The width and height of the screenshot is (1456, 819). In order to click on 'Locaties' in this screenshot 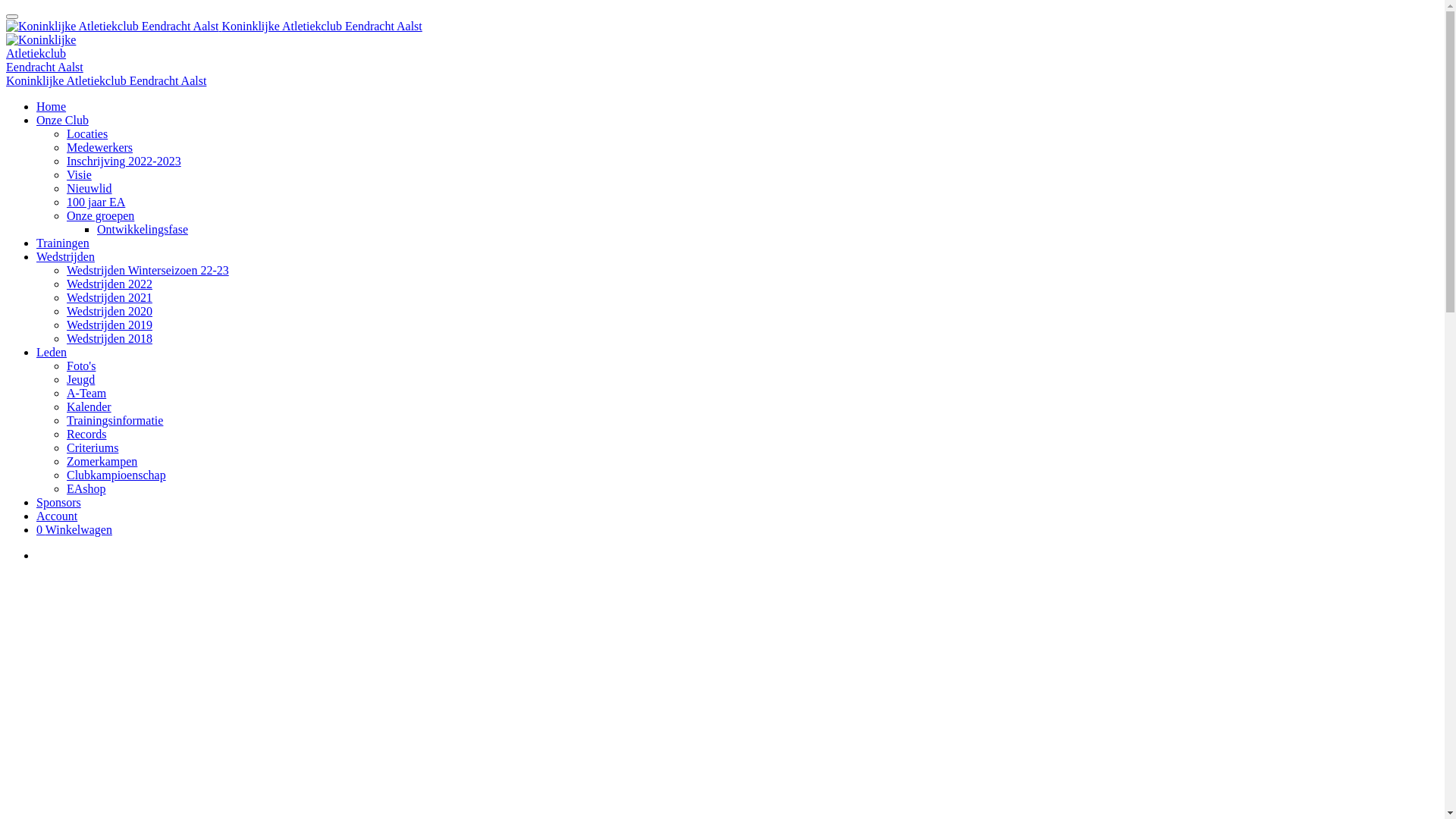, I will do `click(65, 133)`.